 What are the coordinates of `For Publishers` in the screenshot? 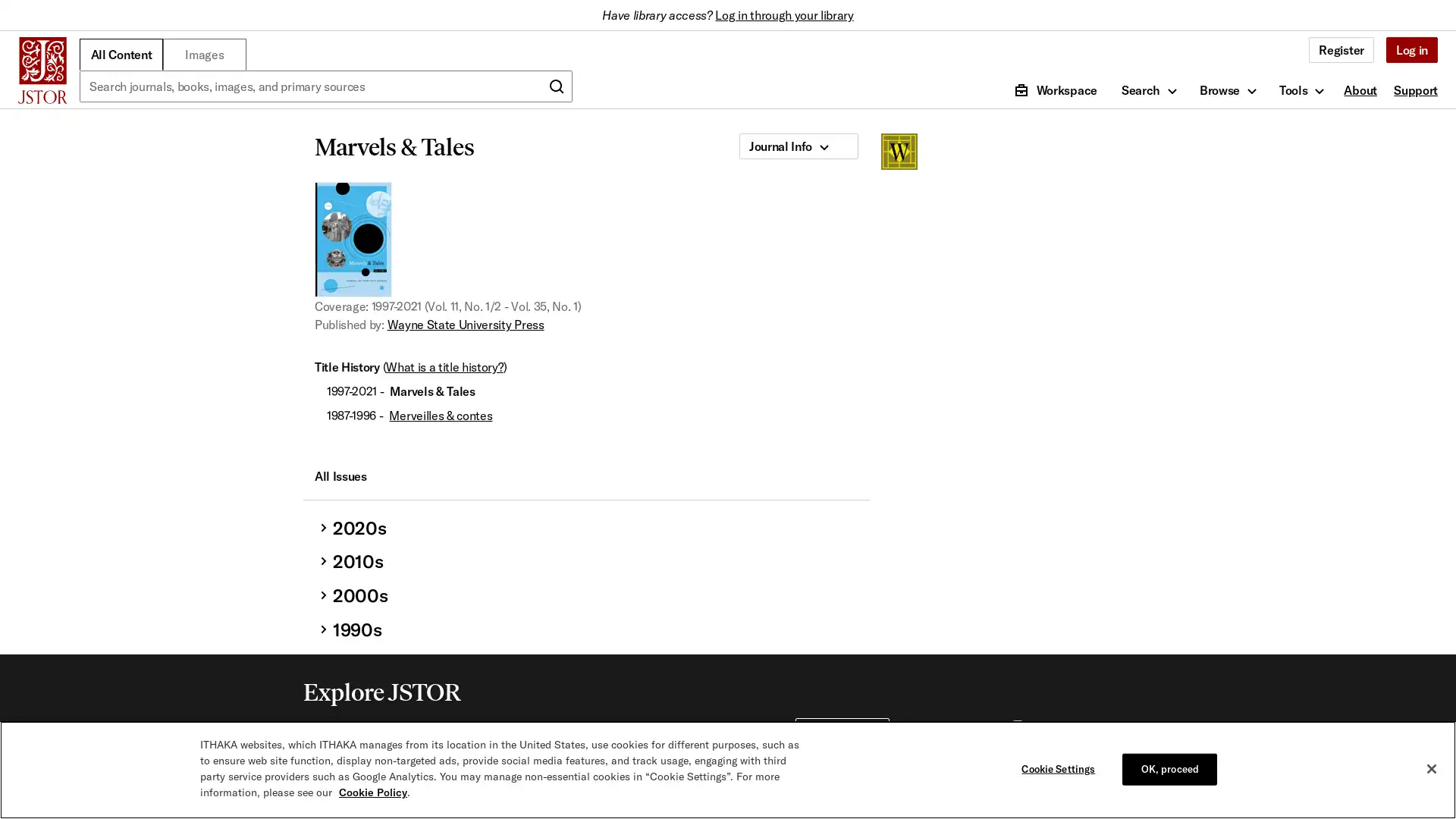 It's located at (843, 769).